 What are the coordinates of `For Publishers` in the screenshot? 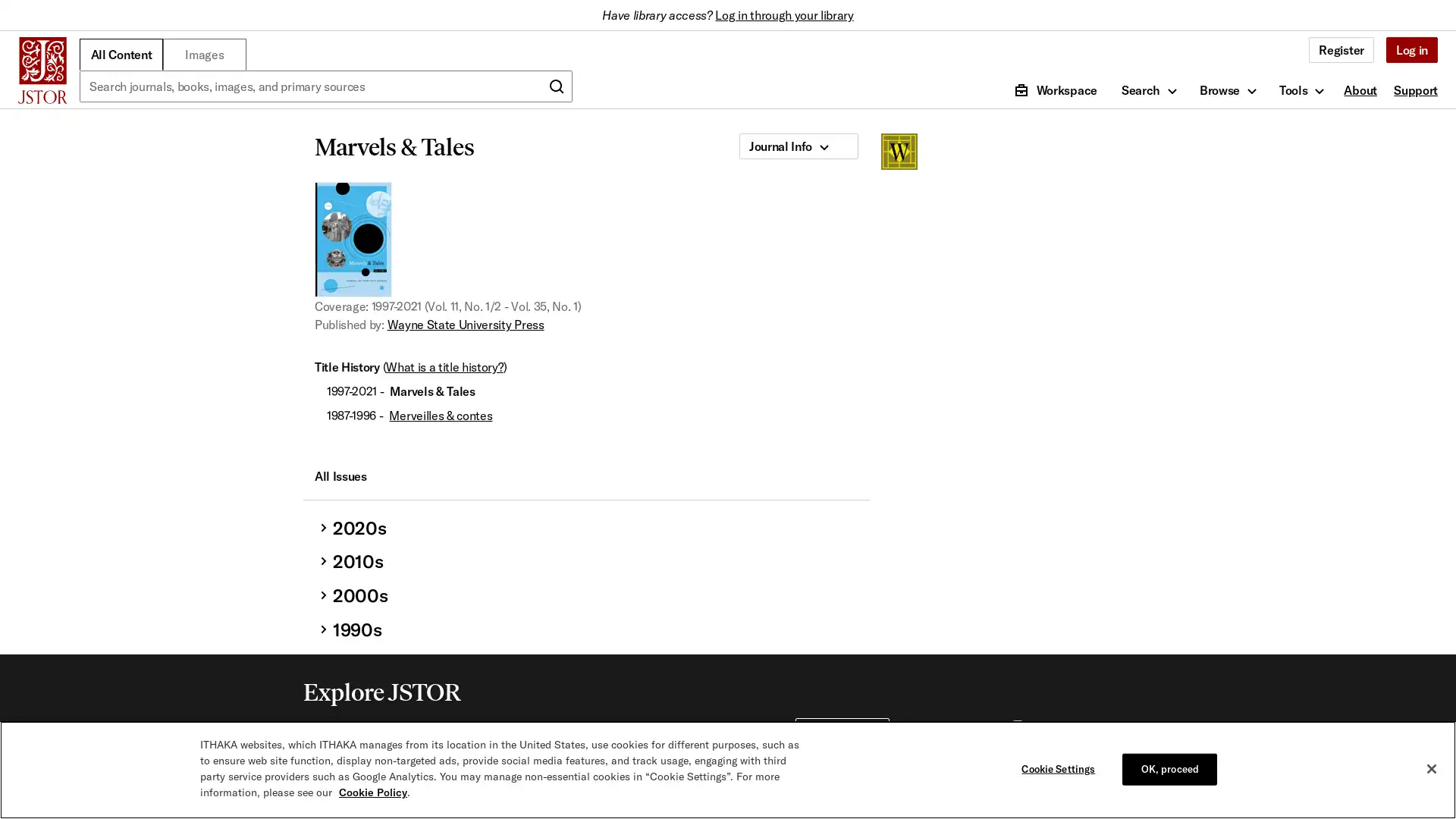 It's located at (843, 769).